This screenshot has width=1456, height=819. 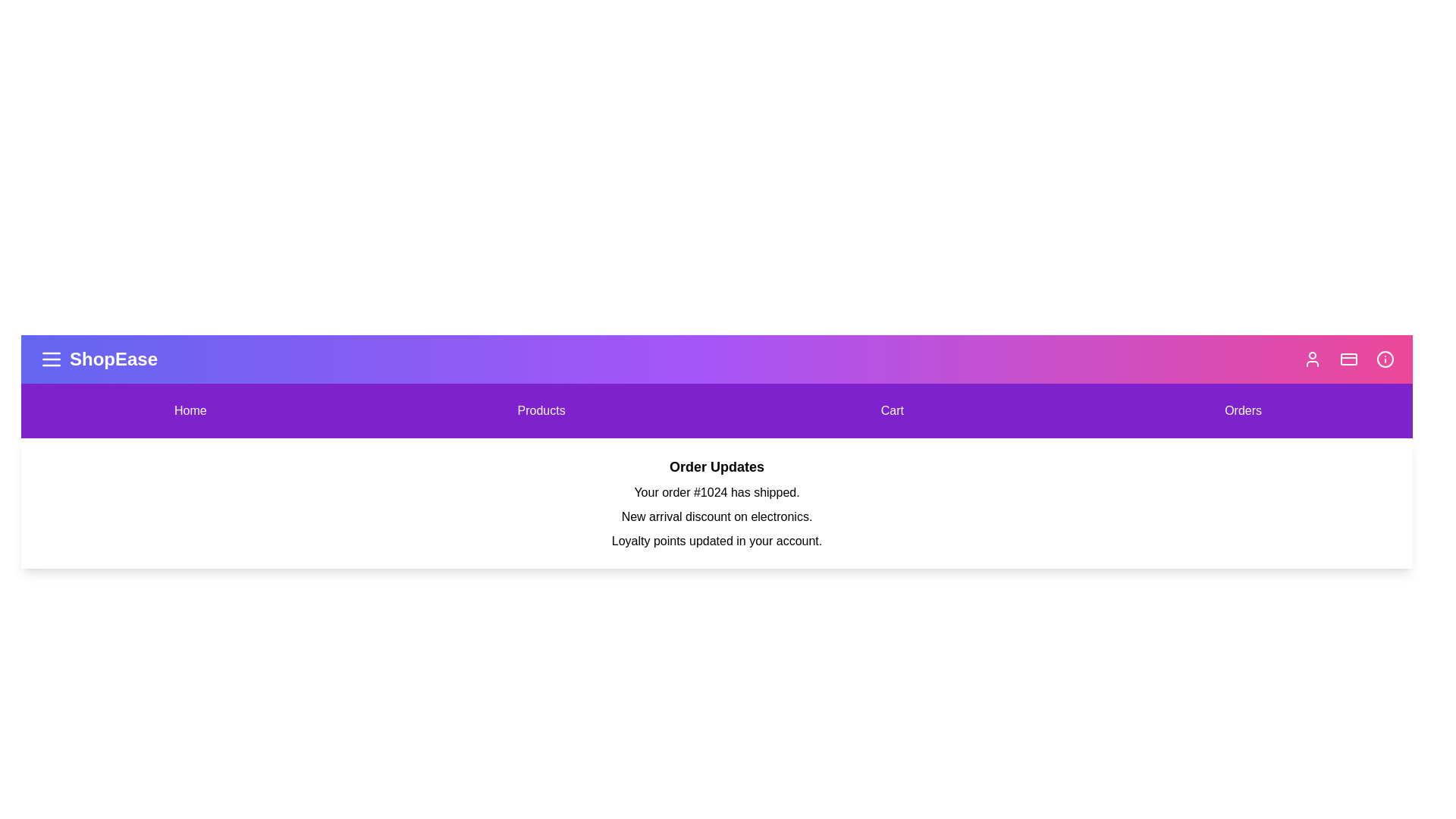 What do you see at coordinates (51, 359) in the screenshot?
I see `the menu icon to toggle the menu visibility` at bounding box center [51, 359].